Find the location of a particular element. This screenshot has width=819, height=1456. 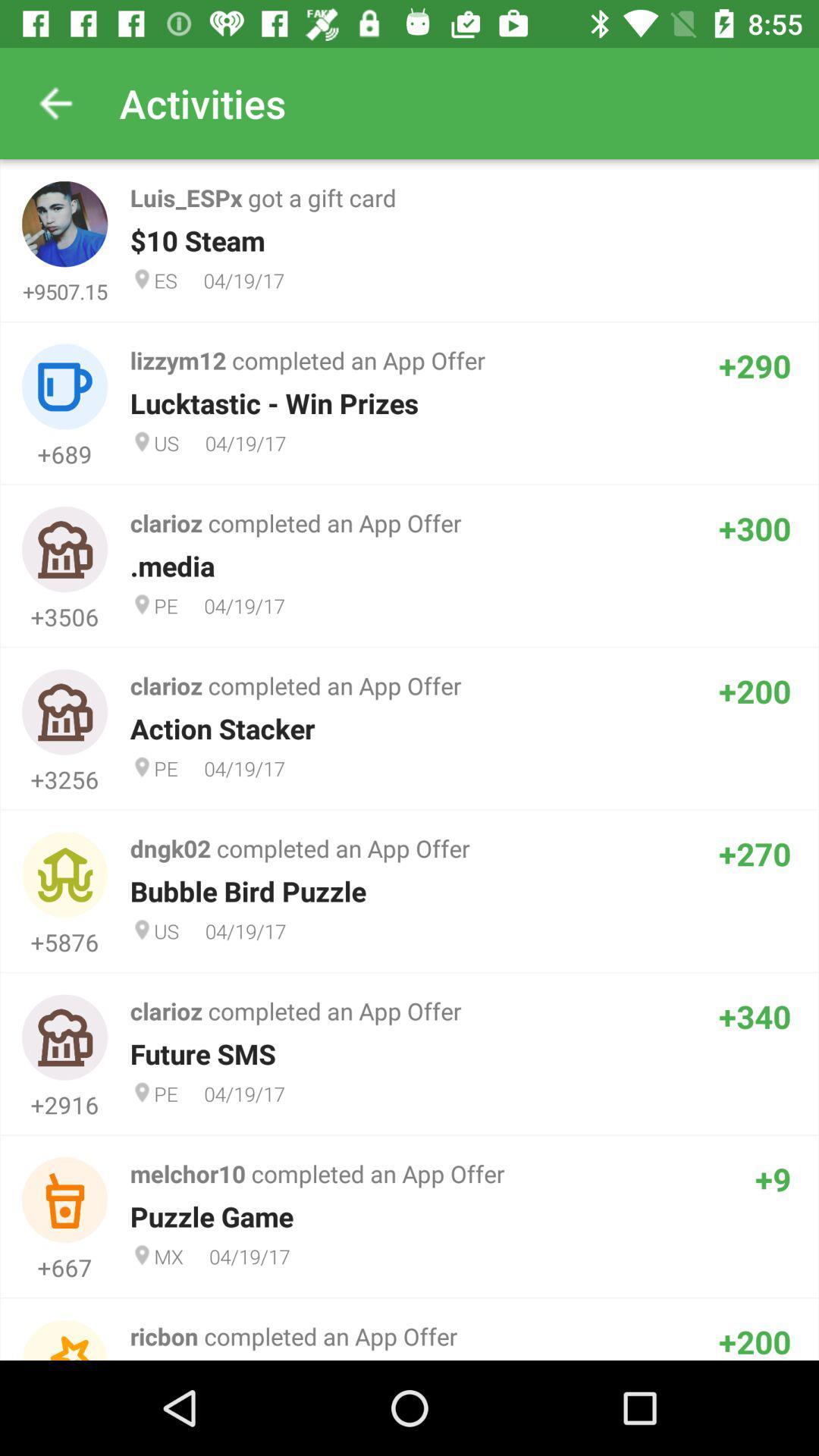

second location icon is located at coordinates (142, 441).